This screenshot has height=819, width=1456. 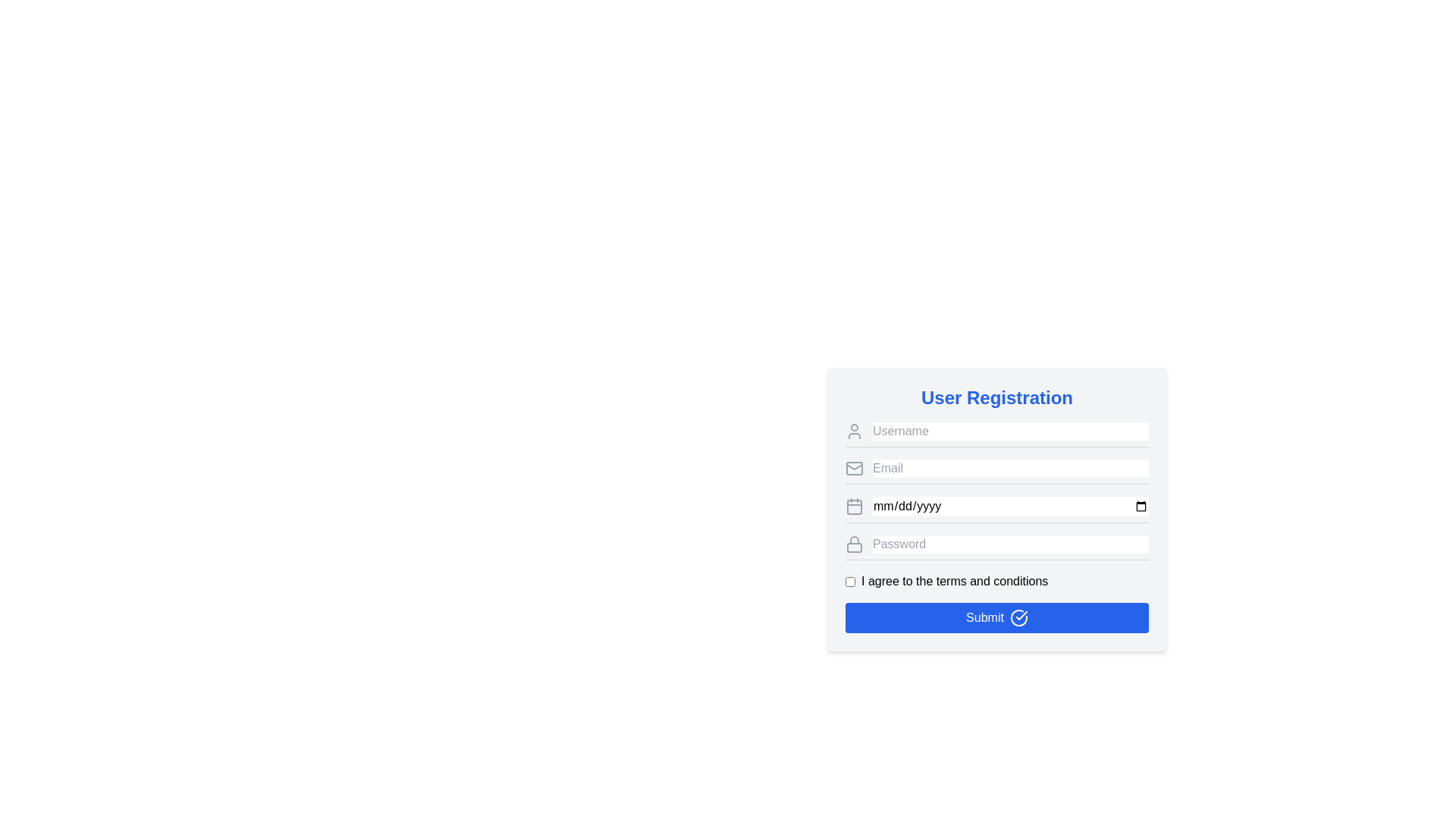 What do you see at coordinates (997, 509) in the screenshot?
I see `the Date input field, which allows users to input a date` at bounding box center [997, 509].